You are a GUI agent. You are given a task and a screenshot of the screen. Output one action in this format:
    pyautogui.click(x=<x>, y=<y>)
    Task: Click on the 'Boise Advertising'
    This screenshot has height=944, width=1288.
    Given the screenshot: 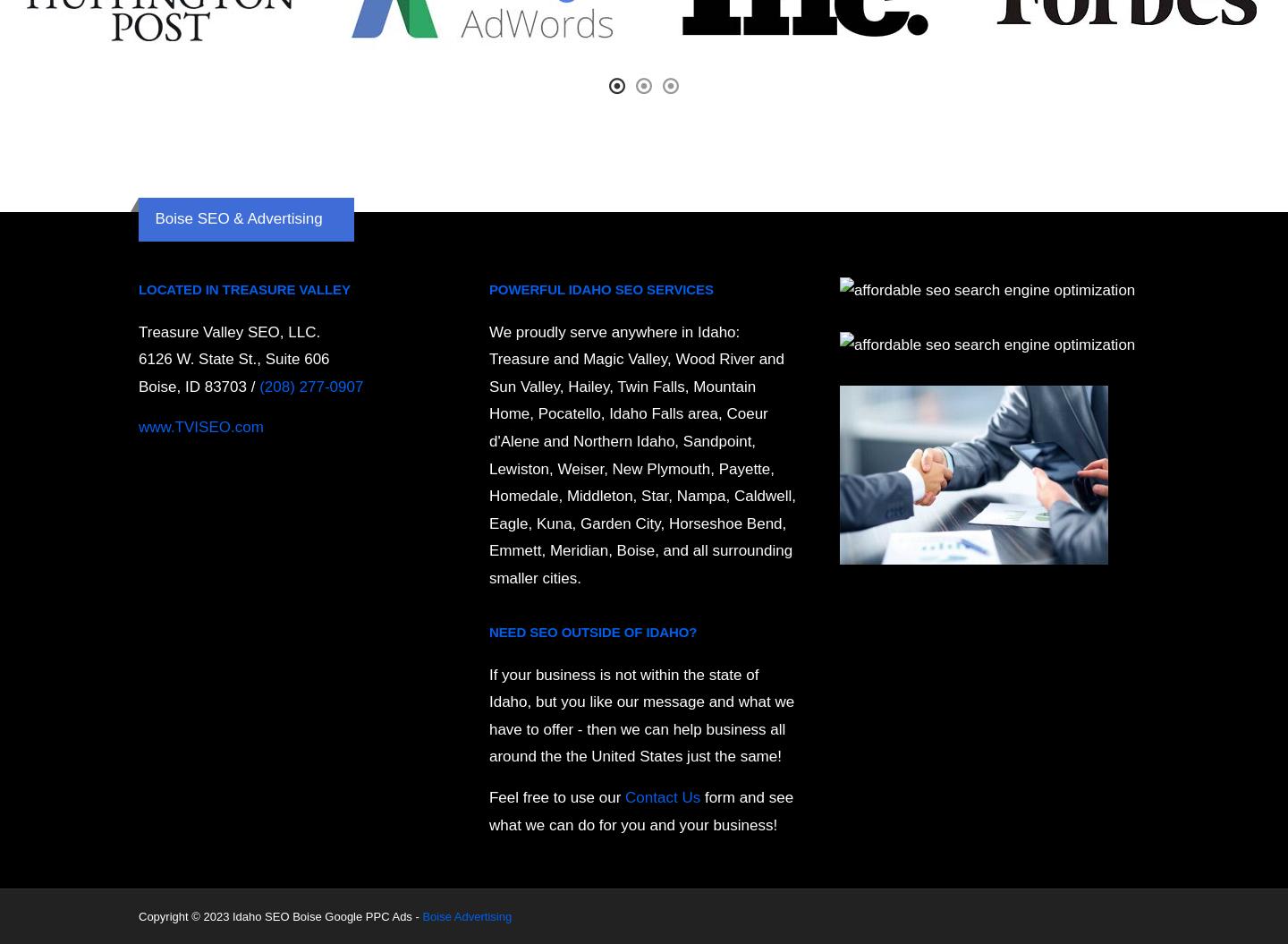 What is the action you would take?
    pyautogui.click(x=422, y=915)
    